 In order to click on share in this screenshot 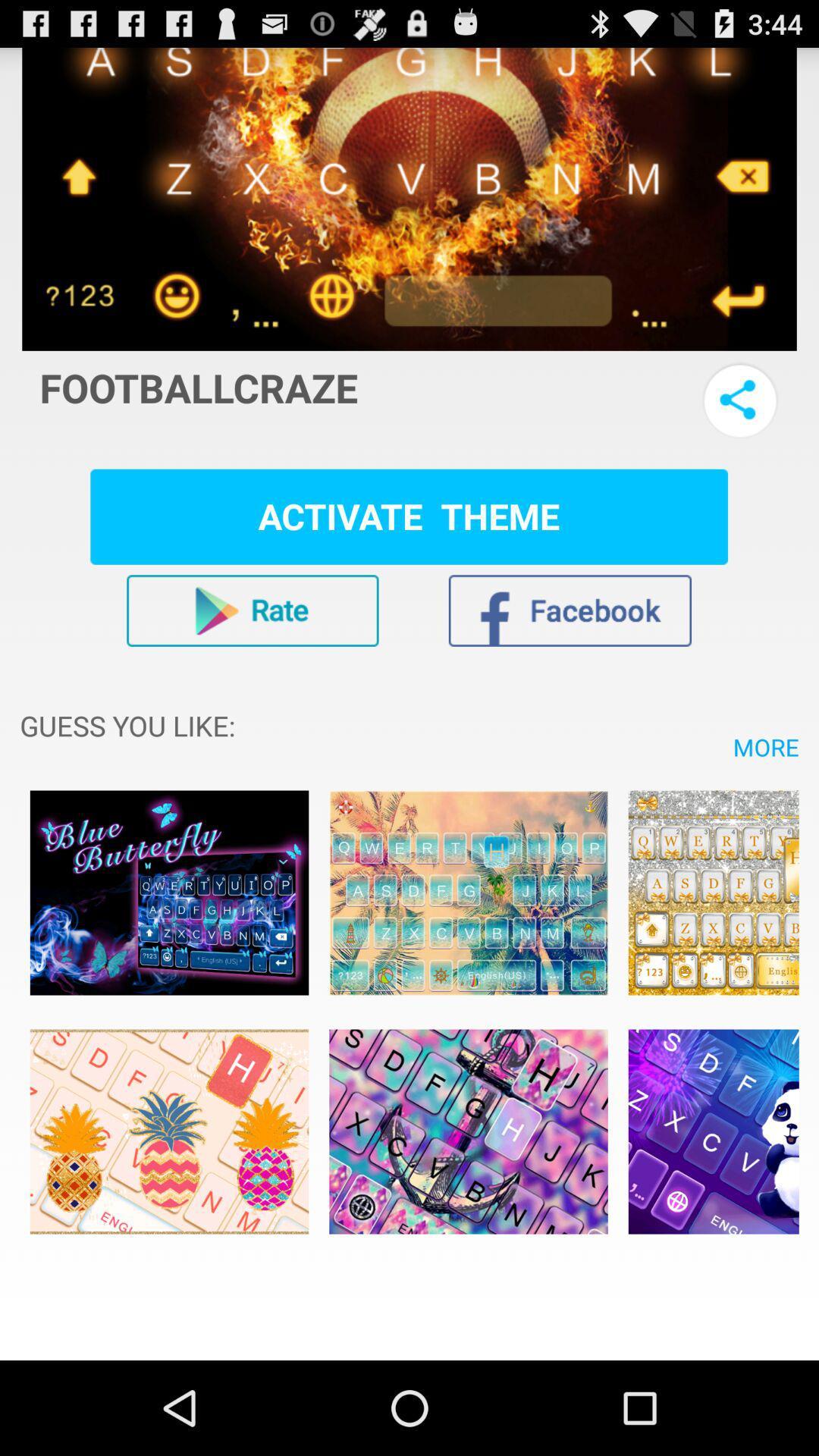, I will do `click(739, 400)`.